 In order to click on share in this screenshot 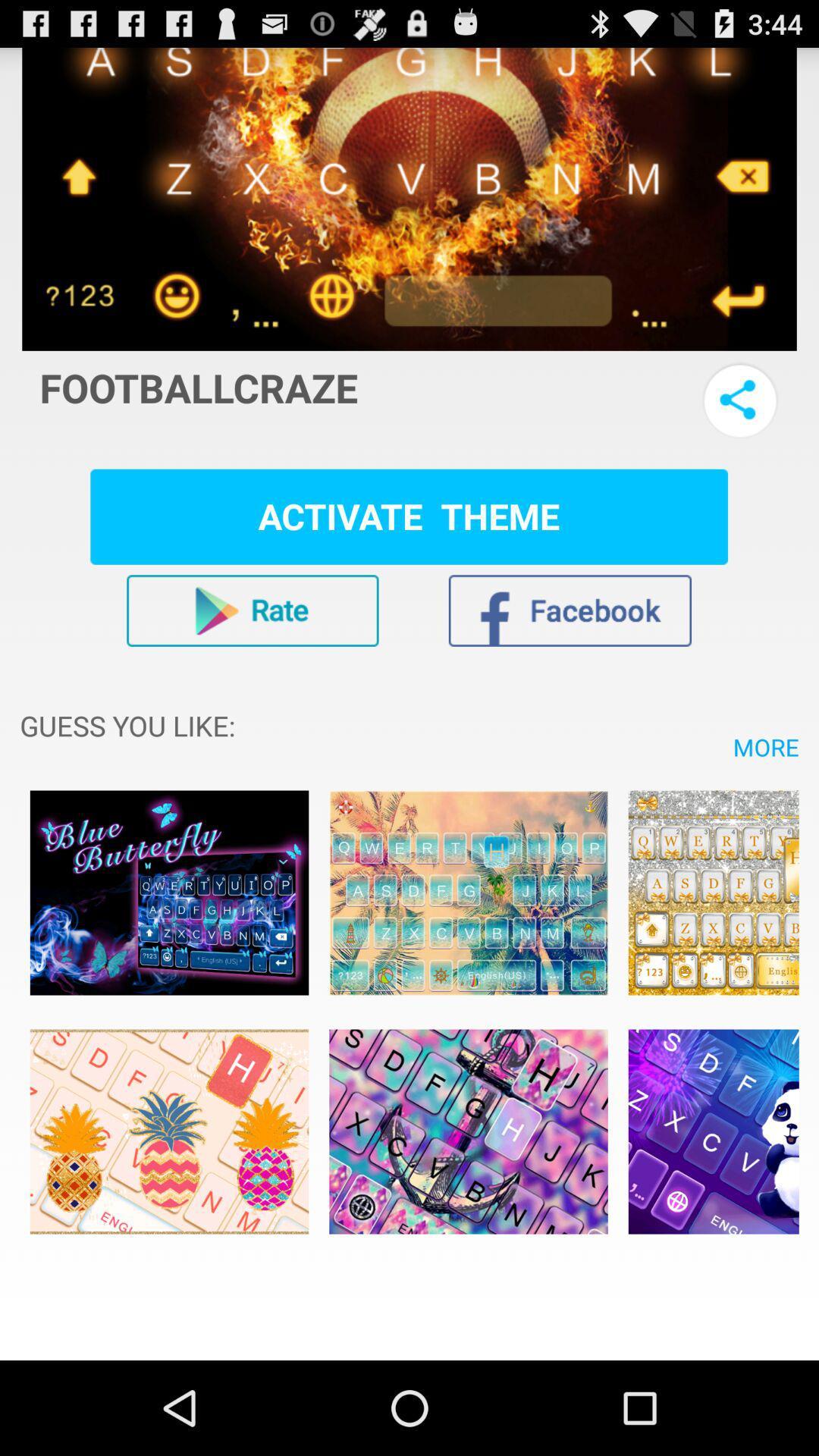, I will do `click(739, 400)`.